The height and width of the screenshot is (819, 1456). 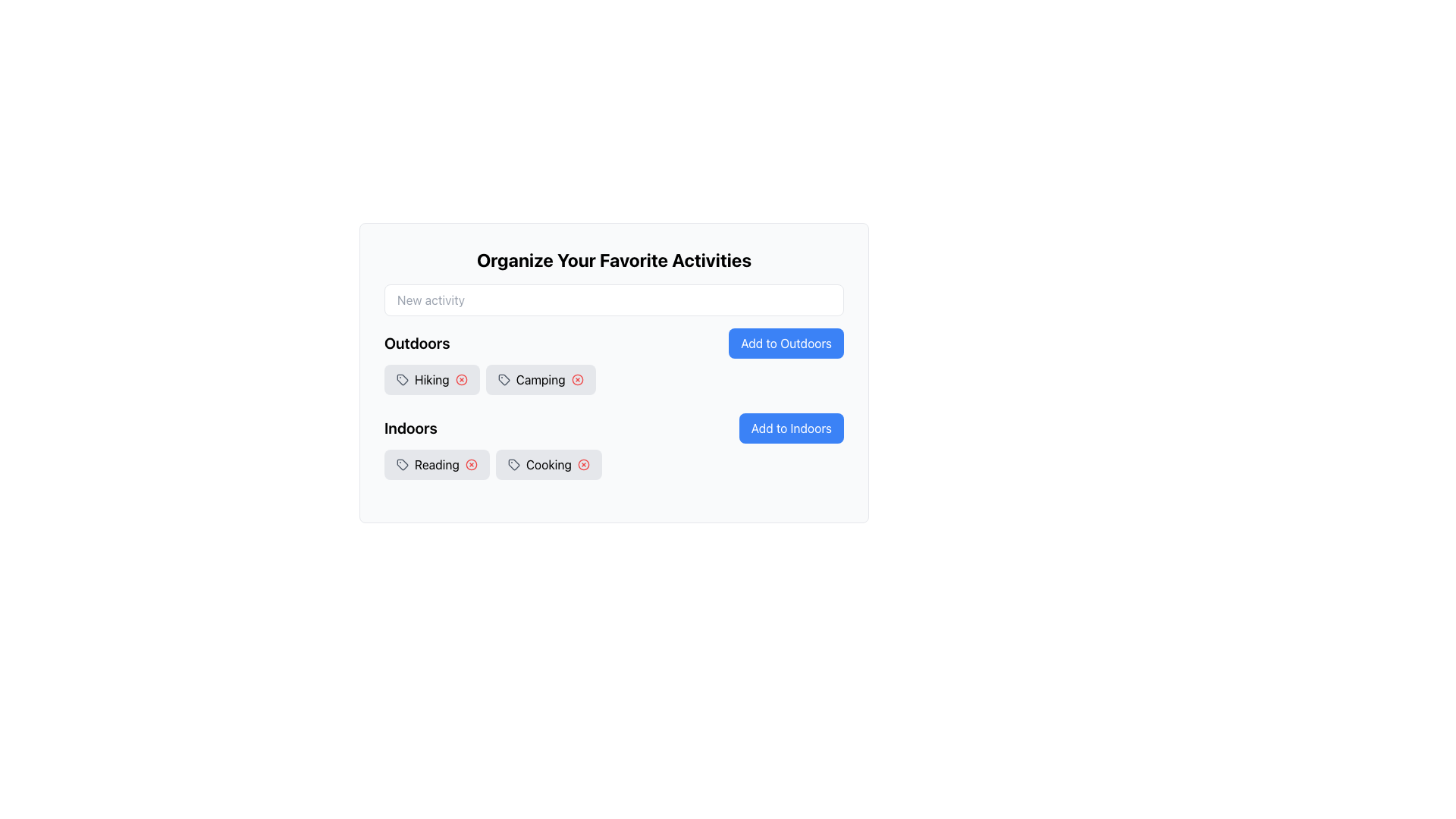 What do you see at coordinates (790, 428) in the screenshot?
I see `the button located to the right of the 'Indoors' text` at bounding box center [790, 428].